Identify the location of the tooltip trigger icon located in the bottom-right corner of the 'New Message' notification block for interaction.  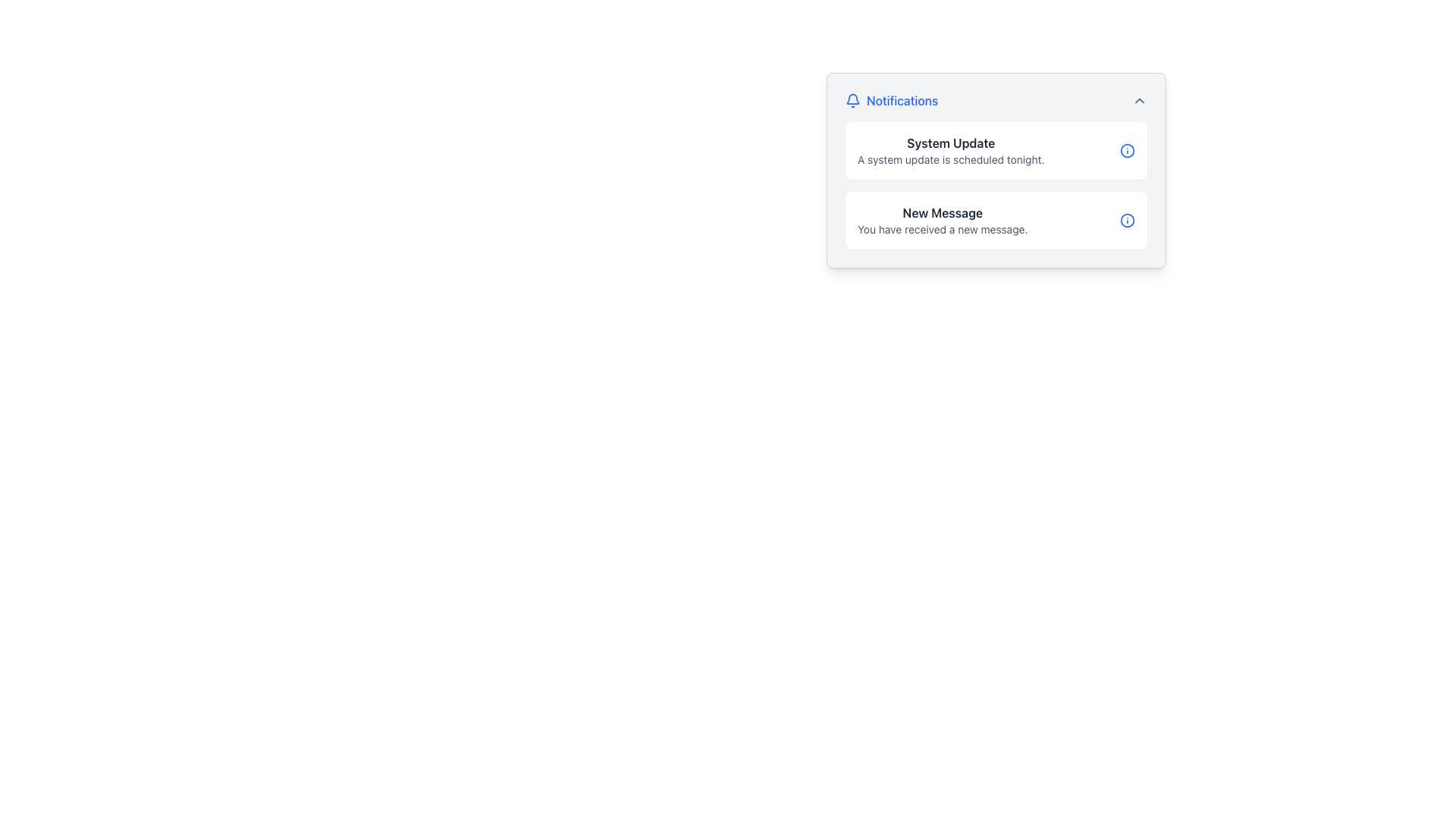
(1128, 220).